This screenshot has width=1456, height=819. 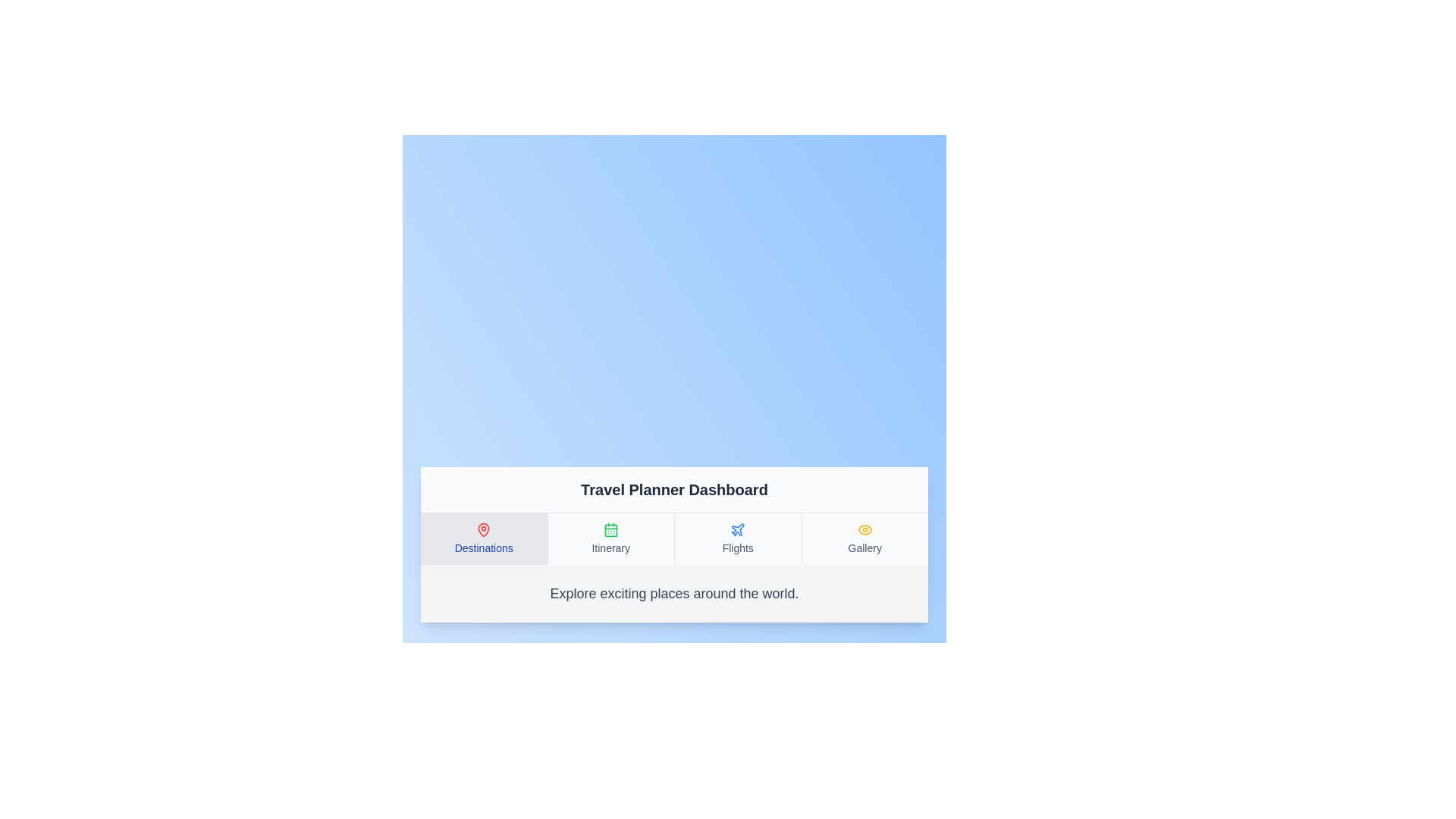 What do you see at coordinates (483, 529) in the screenshot?
I see `the map pin icon located in the first column of the horizontal navigation row under the title 'Travel Planner Dashboard'` at bounding box center [483, 529].